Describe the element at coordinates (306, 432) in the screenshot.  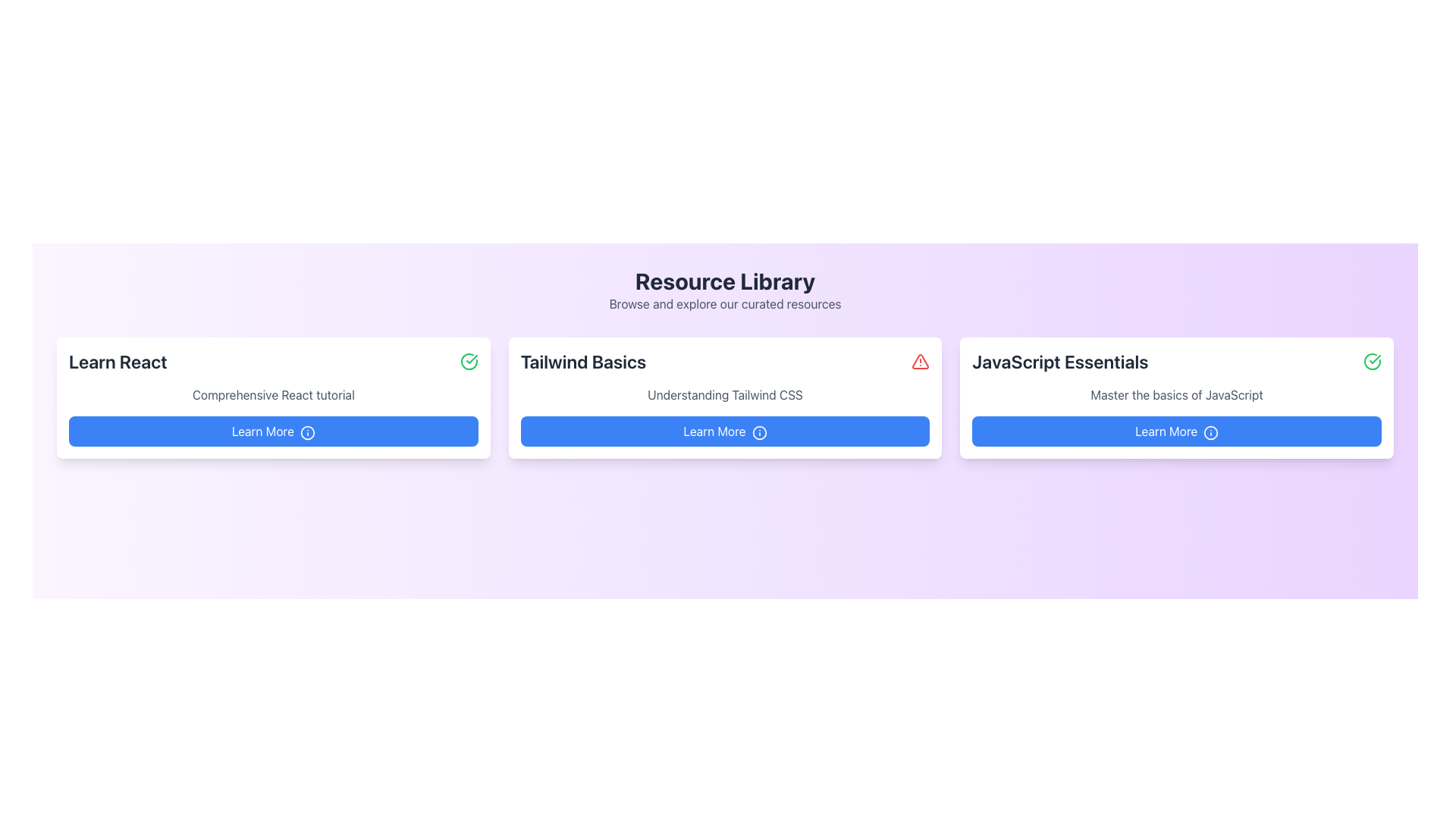
I see `the information icon located on the right end of the 'Learn More' button in the 'Learn React' card` at that location.